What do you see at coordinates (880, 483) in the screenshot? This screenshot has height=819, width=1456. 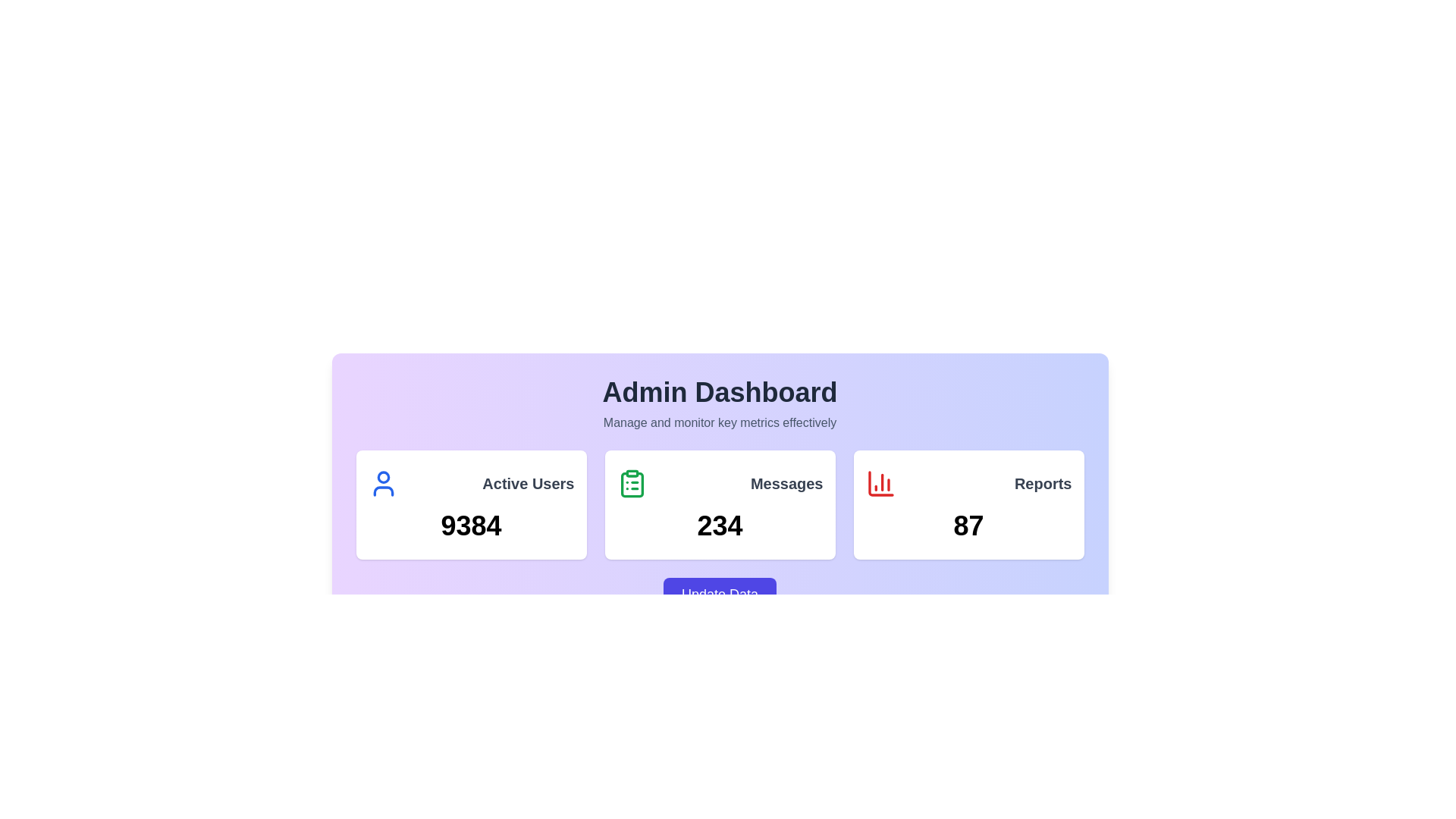 I see `the red graph icon located within the Reports card, which is the fourth card from the left, centrally aligned beneath the title 'Reports'` at bounding box center [880, 483].